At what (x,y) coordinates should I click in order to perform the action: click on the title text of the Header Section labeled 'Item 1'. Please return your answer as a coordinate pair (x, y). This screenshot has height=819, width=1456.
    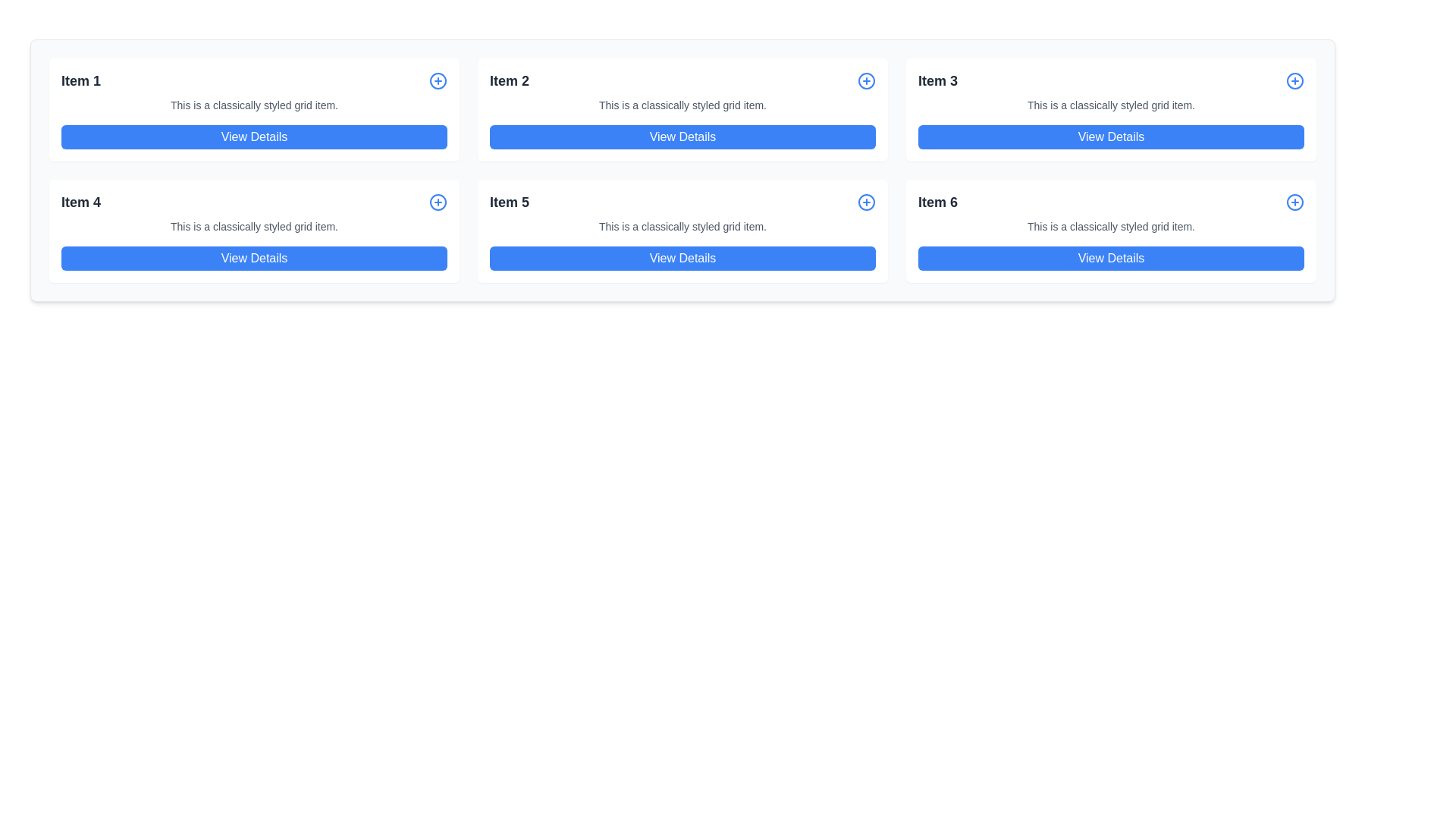
    Looking at the image, I should click on (254, 81).